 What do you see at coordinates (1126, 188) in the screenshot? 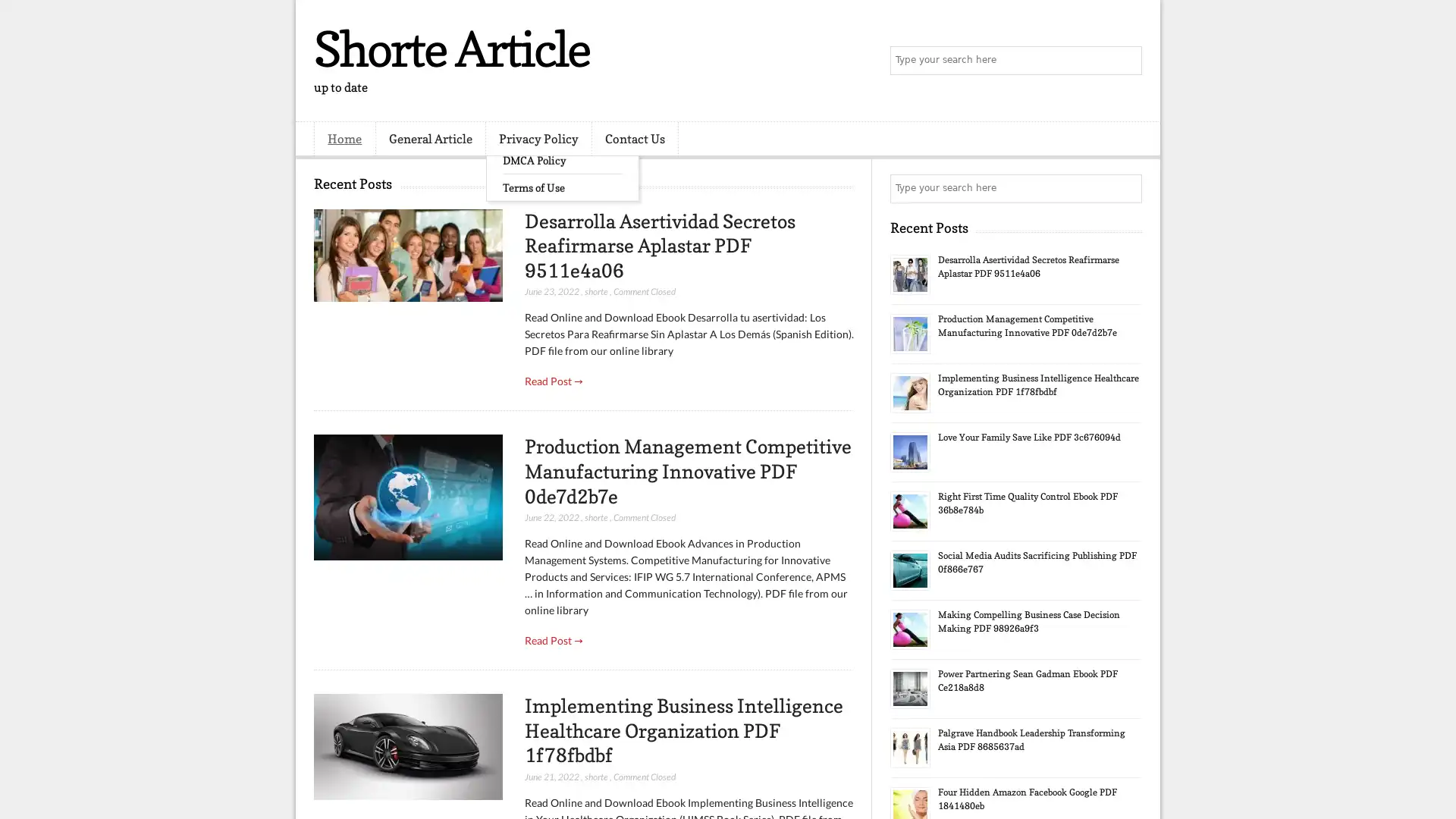
I see `Search` at bounding box center [1126, 188].